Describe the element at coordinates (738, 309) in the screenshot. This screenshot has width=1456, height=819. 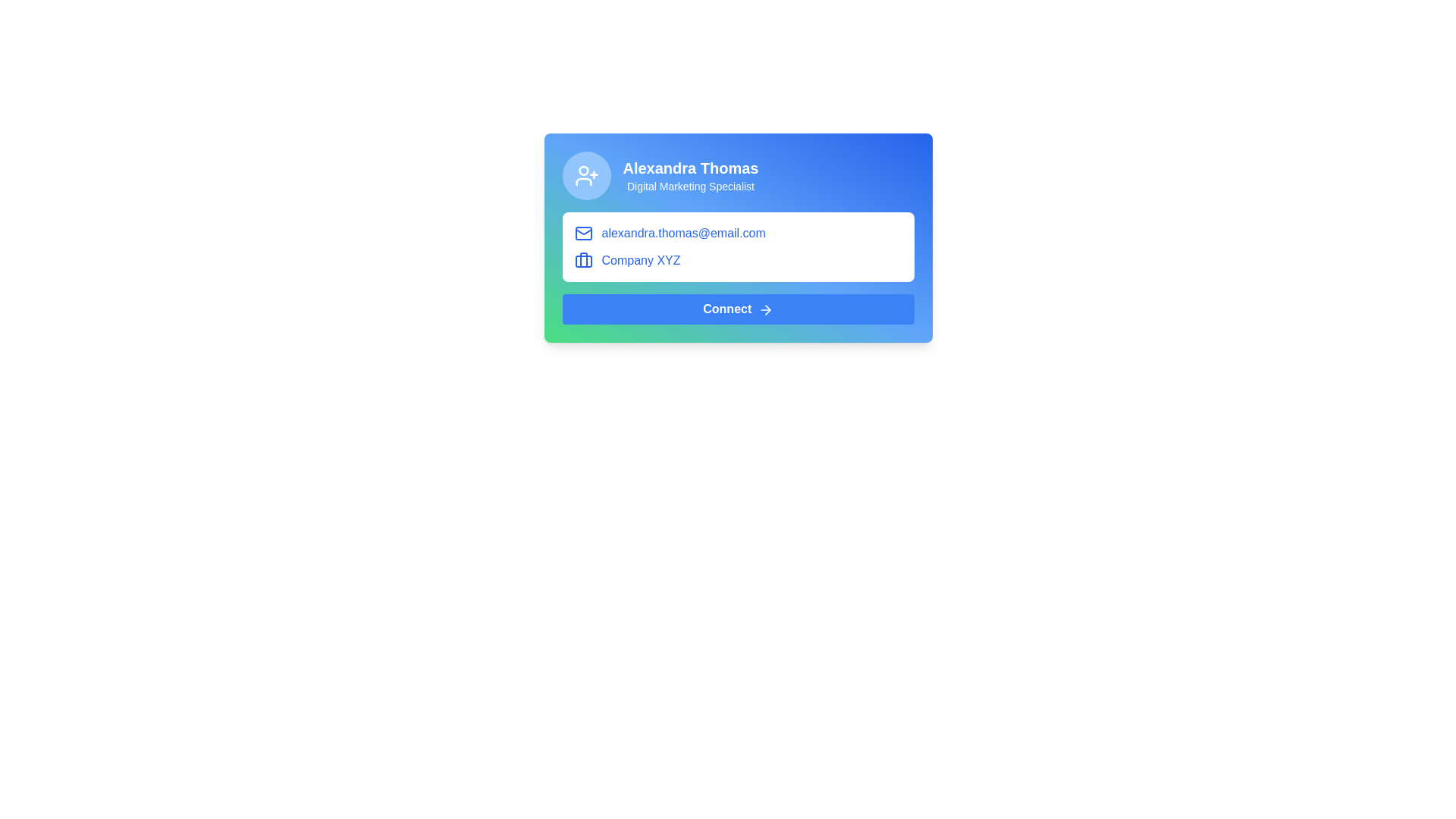
I see `the blue rectangular button labeled 'Connect' with an arrow icon at the bottom of the card to initiate connection` at that location.